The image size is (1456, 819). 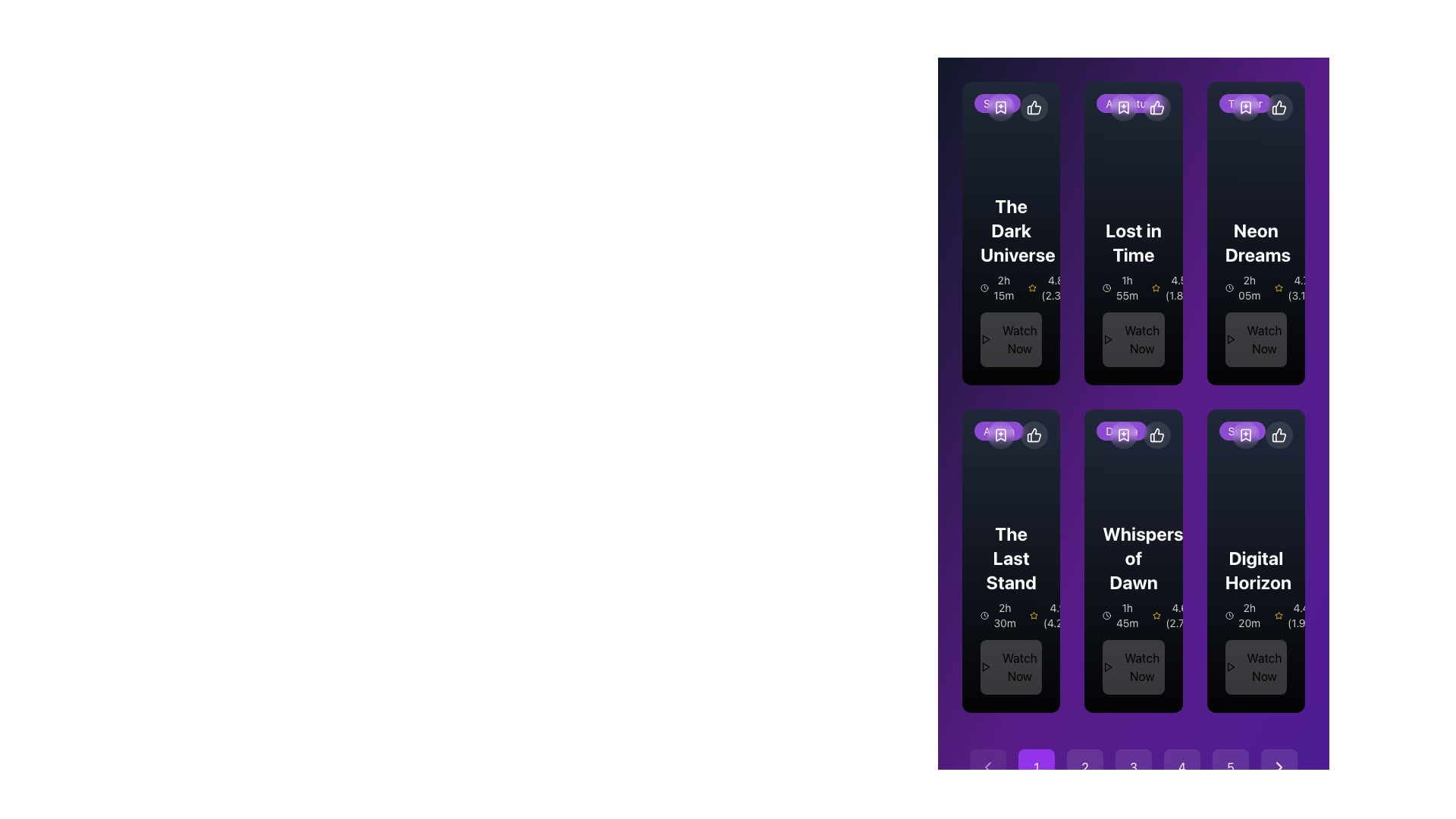 What do you see at coordinates (1263, 107) in the screenshot?
I see `the circular bookmark button located at the top-right corner of the 'Neon Dreams' movie card to bookmark the movie` at bounding box center [1263, 107].